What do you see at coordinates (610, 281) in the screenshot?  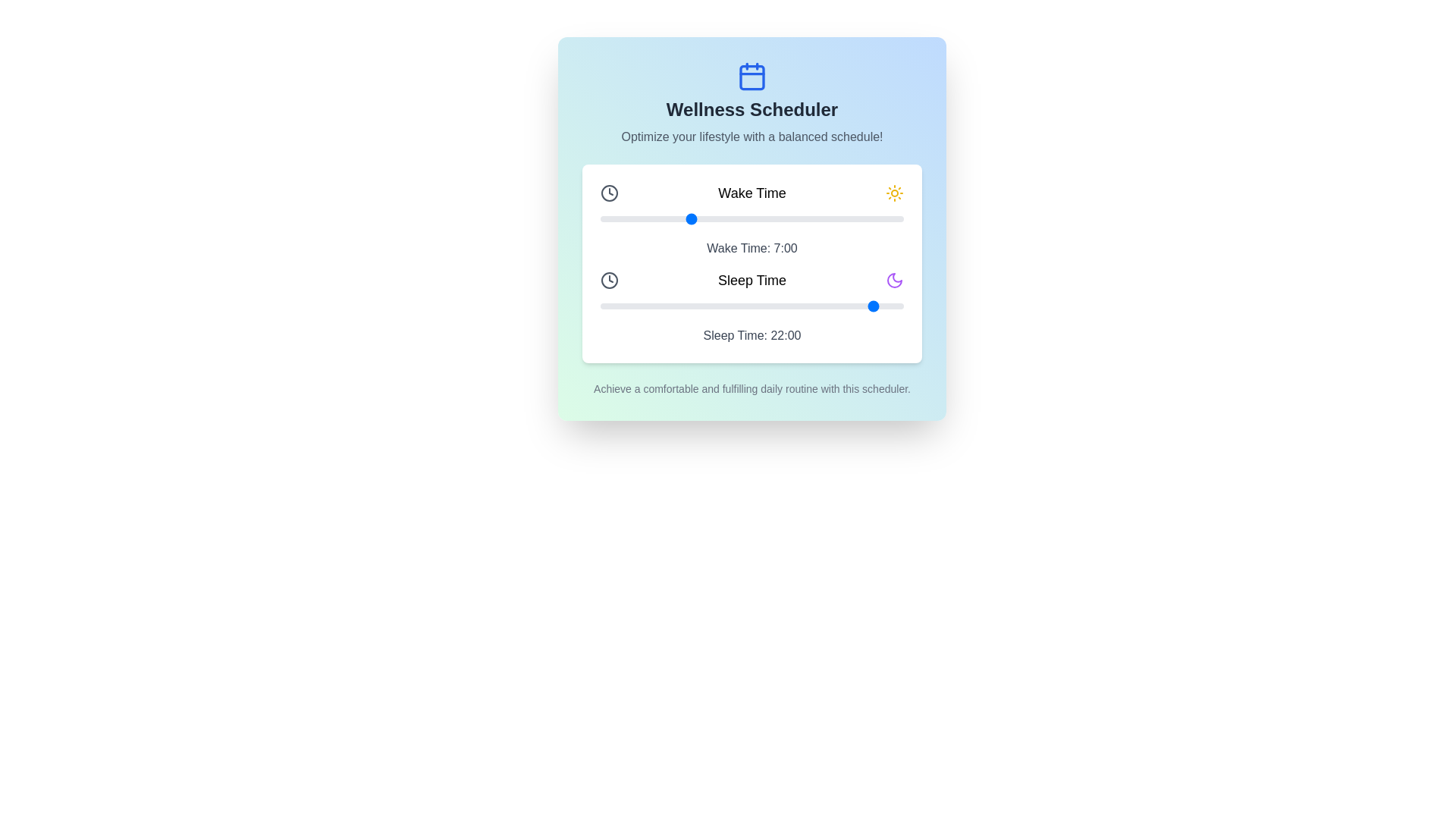 I see `the black and white clock icon located to the left of the 'Sleep Time' label by moving the mouse pointer to it` at bounding box center [610, 281].